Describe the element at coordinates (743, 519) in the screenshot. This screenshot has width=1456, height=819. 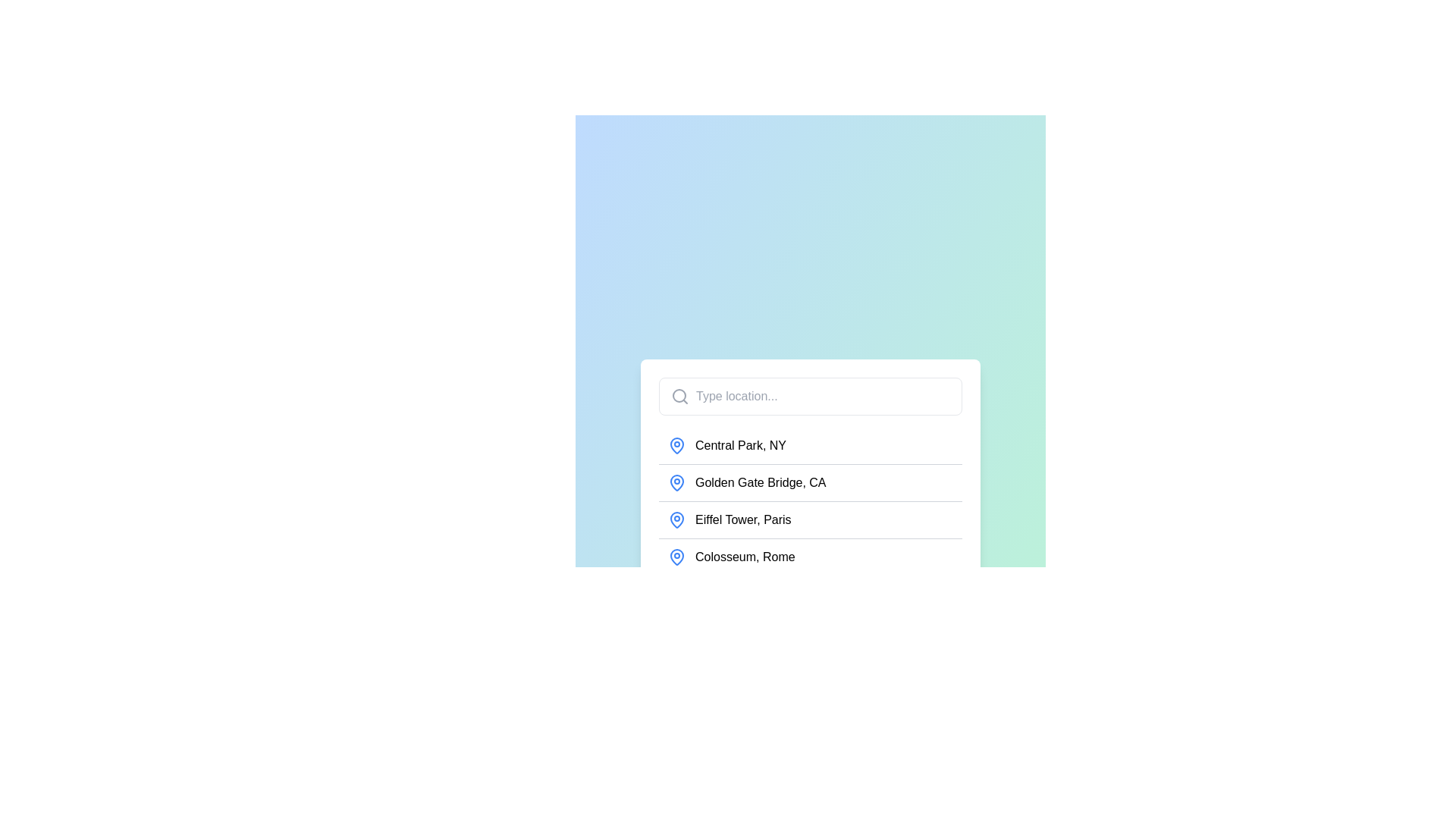
I see `the text label displaying 'Eiffel Tower, Paris', which is the third item in a vertical list of locations` at that location.